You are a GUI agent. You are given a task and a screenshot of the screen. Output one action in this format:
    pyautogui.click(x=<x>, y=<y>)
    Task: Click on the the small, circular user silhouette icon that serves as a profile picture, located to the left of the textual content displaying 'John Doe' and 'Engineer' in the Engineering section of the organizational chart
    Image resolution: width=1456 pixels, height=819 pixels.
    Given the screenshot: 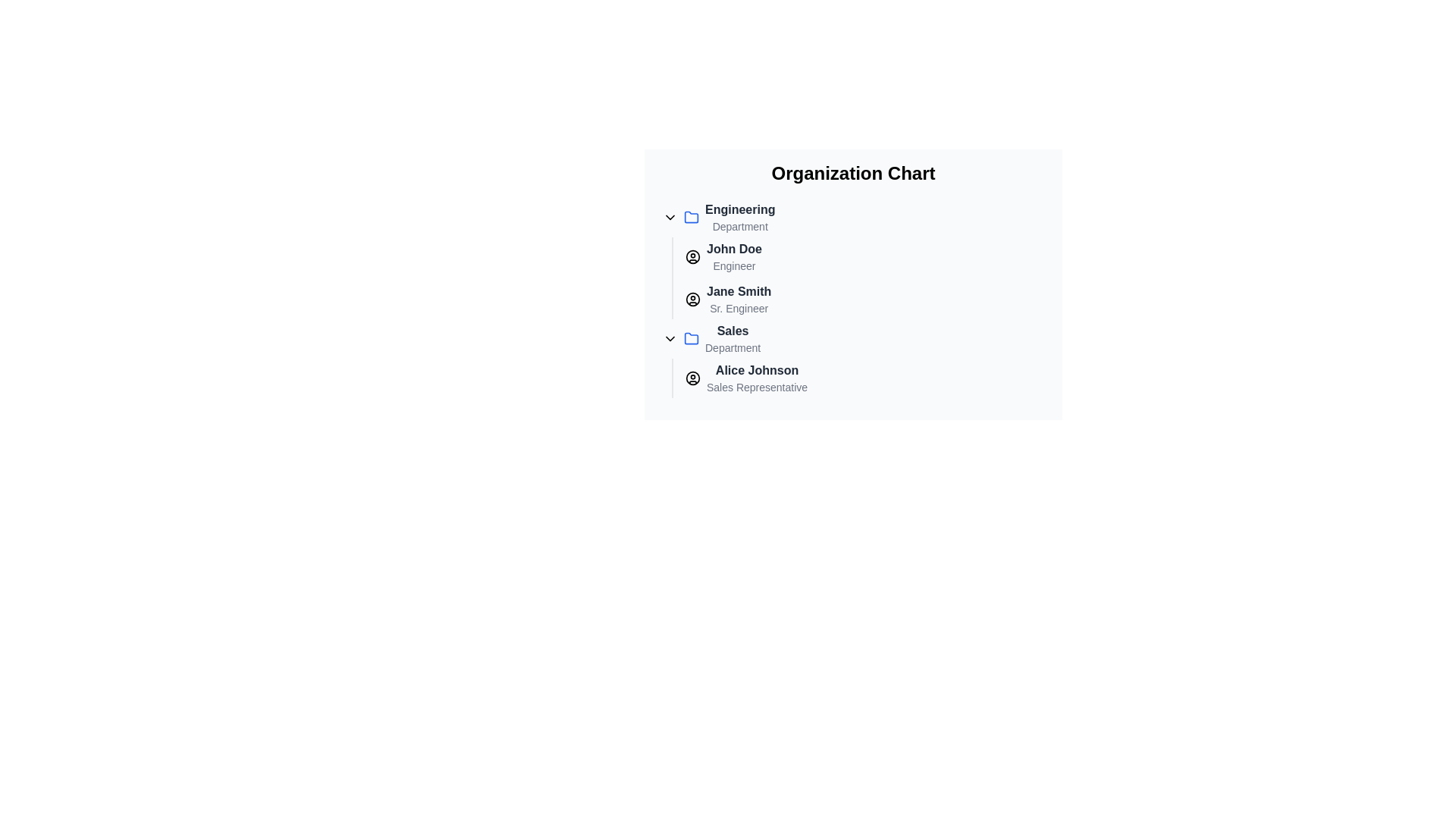 What is the action you would take?
    pyautogui.click(x=692, y=256)
    